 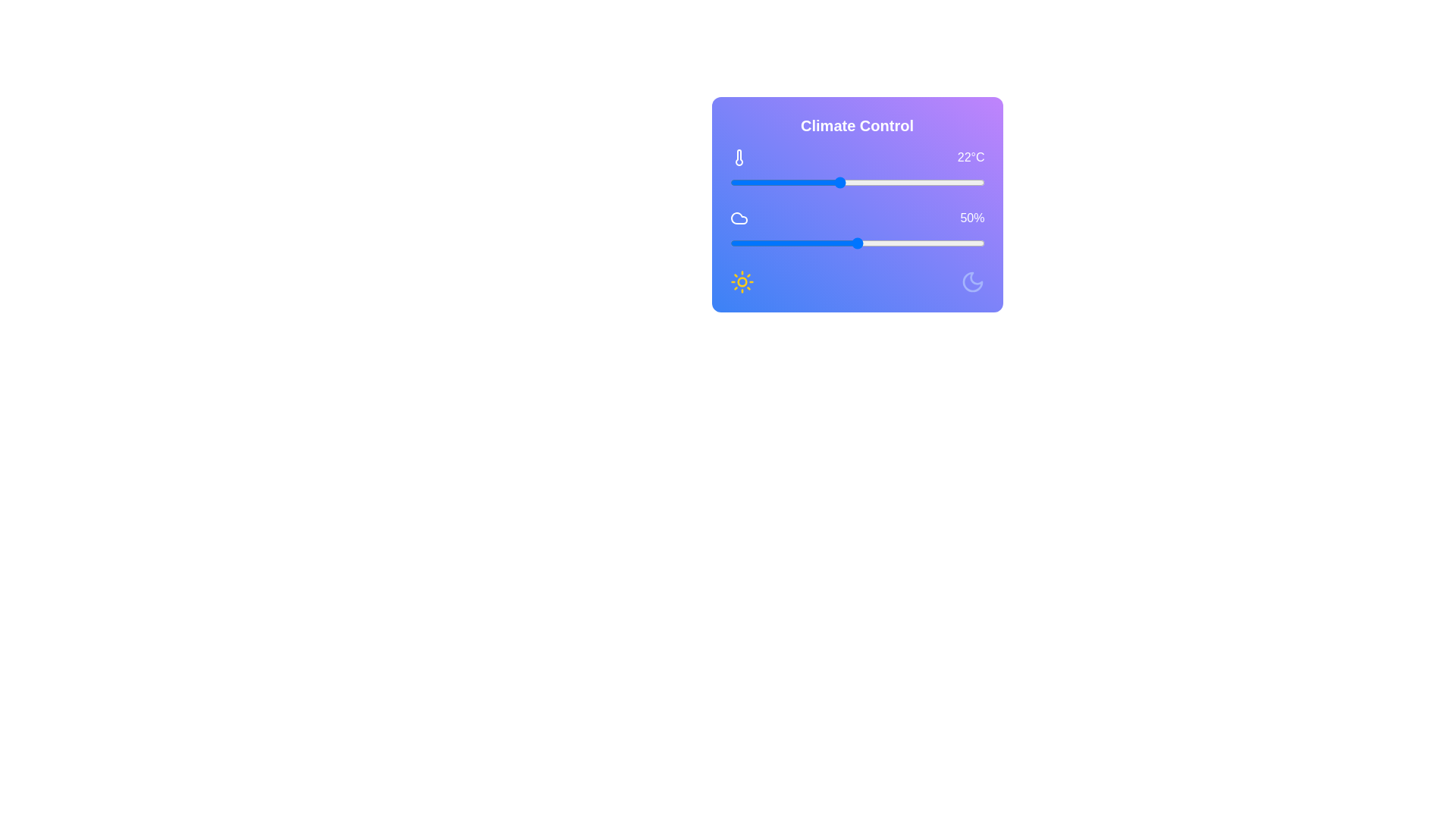 I want to click on the slider, so click(x=933, y=242).